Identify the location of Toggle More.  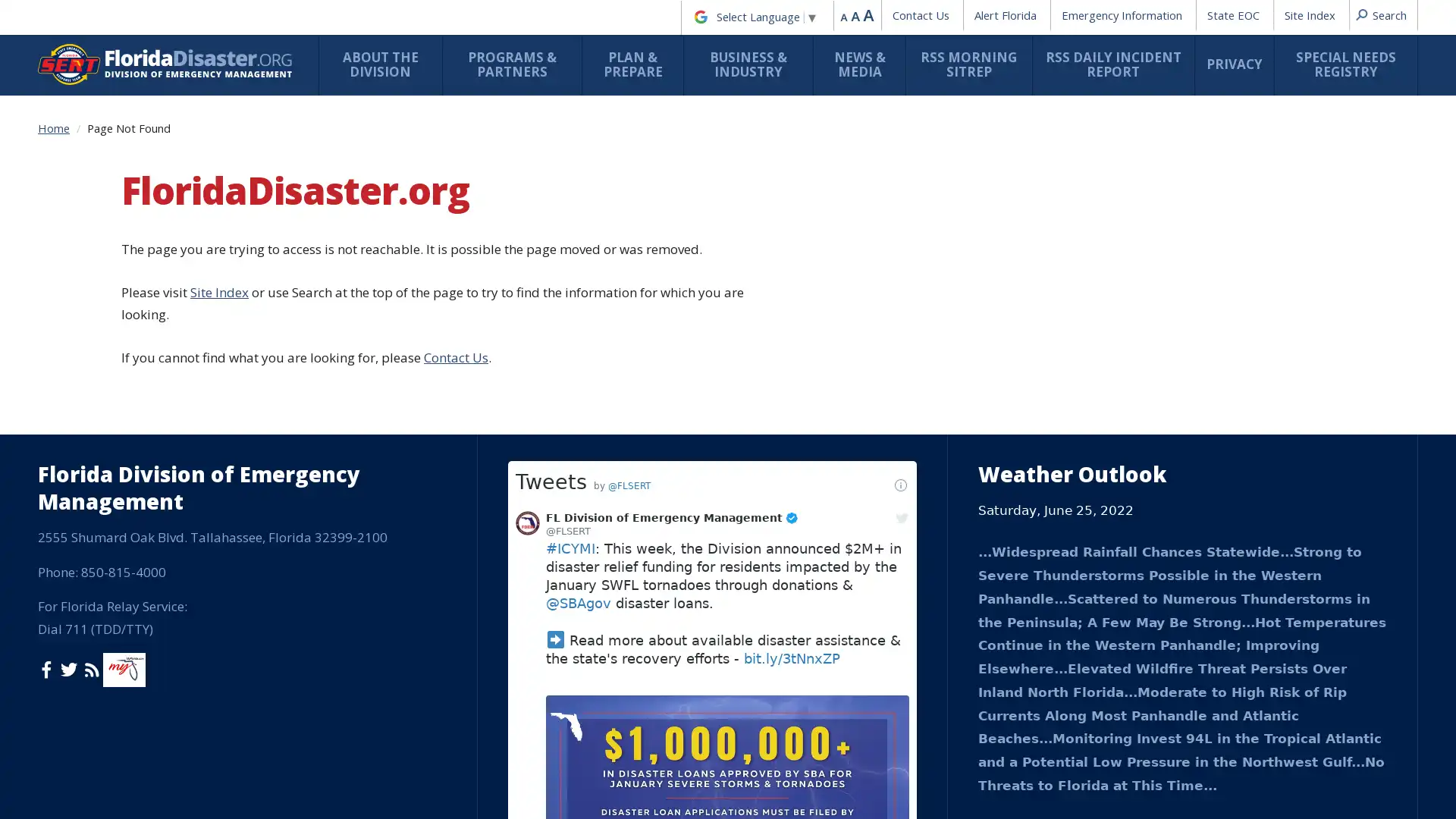
(607, 527).